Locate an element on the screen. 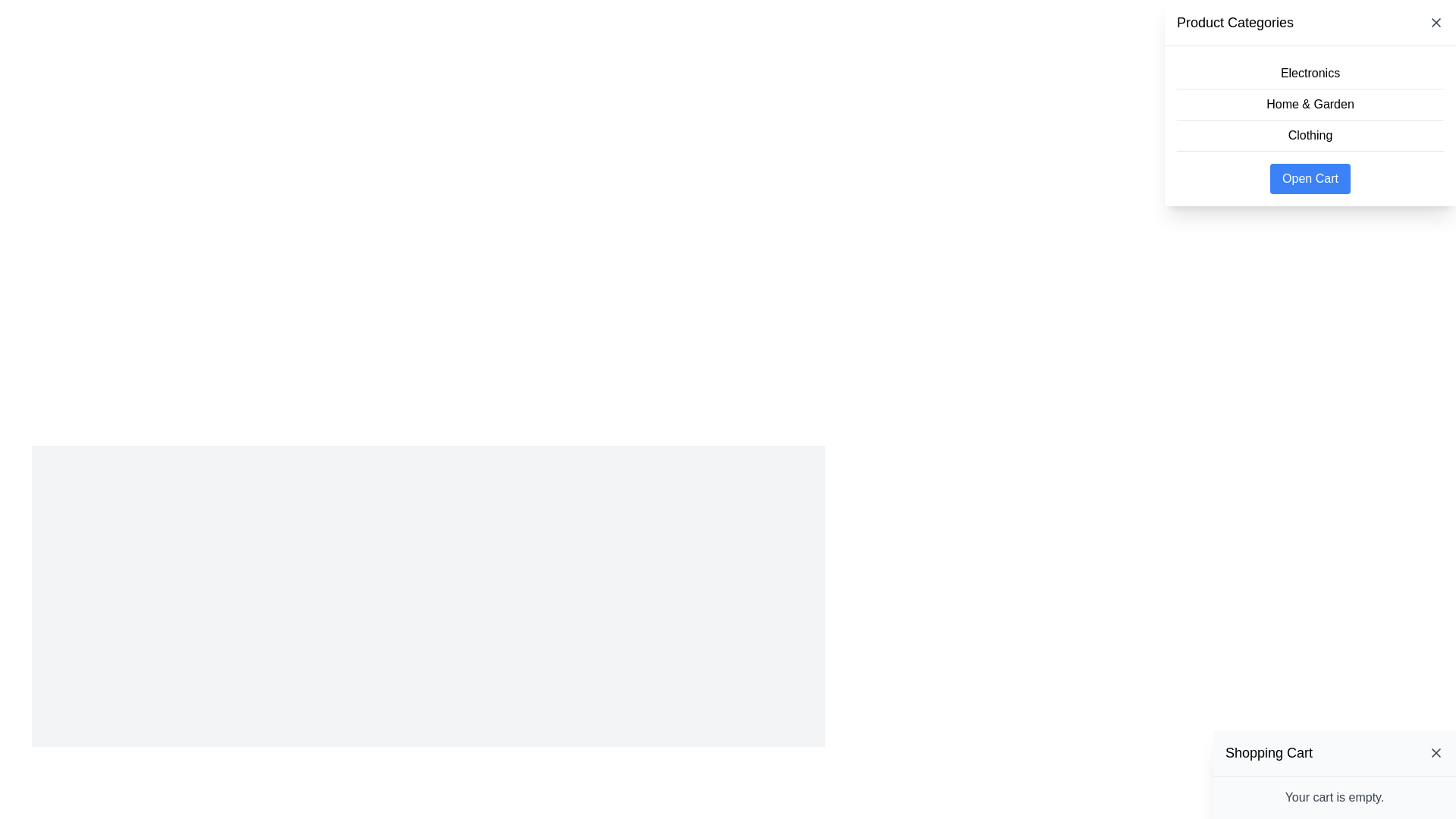 Image resolution: width=1456 pixels, height=819 pixels. the 'Home & Garden' text label, which is the second item in the 'Product Categories' menu is located at coordinates (1310, 104).